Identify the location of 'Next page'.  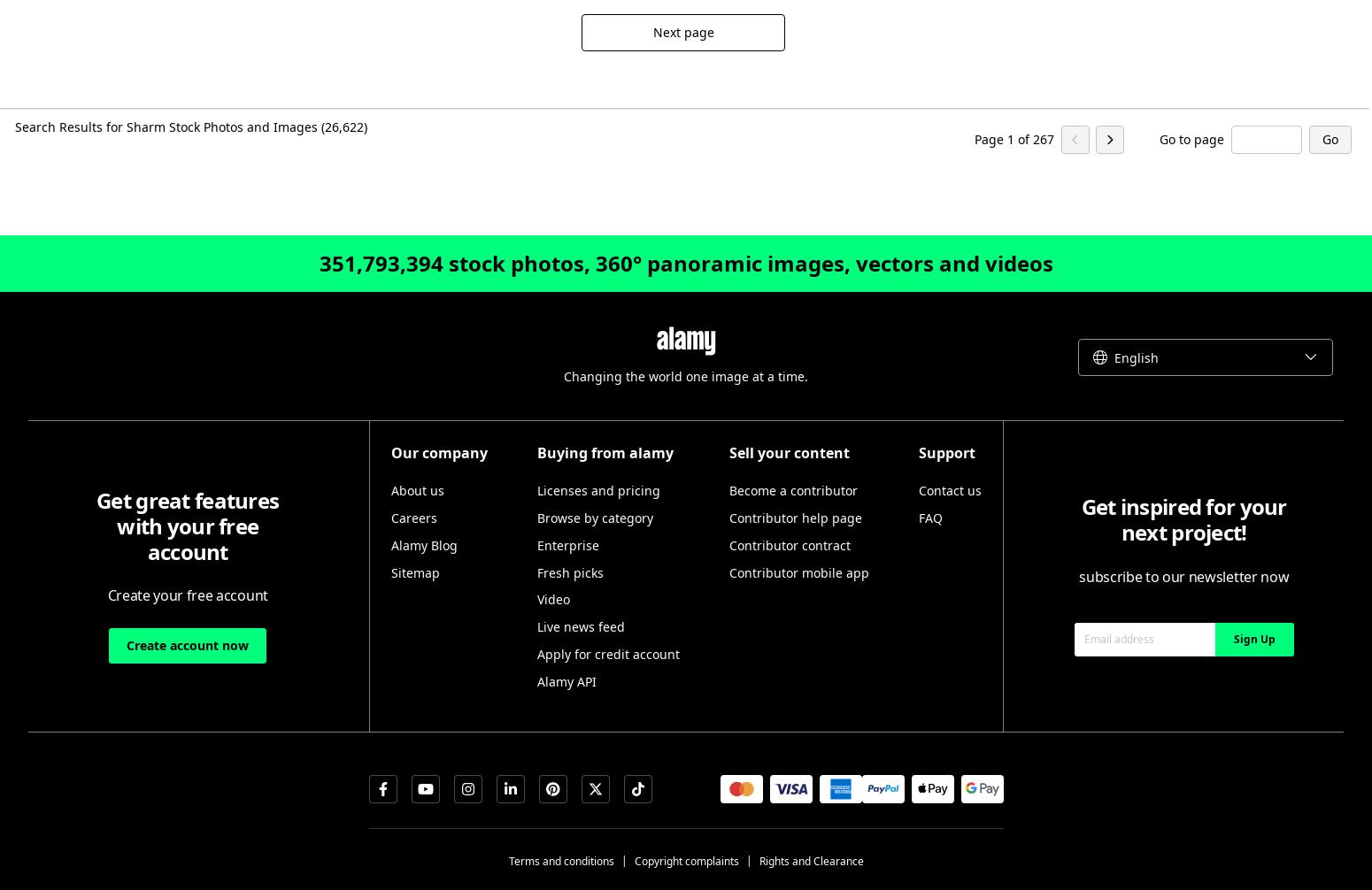
(682, 32).